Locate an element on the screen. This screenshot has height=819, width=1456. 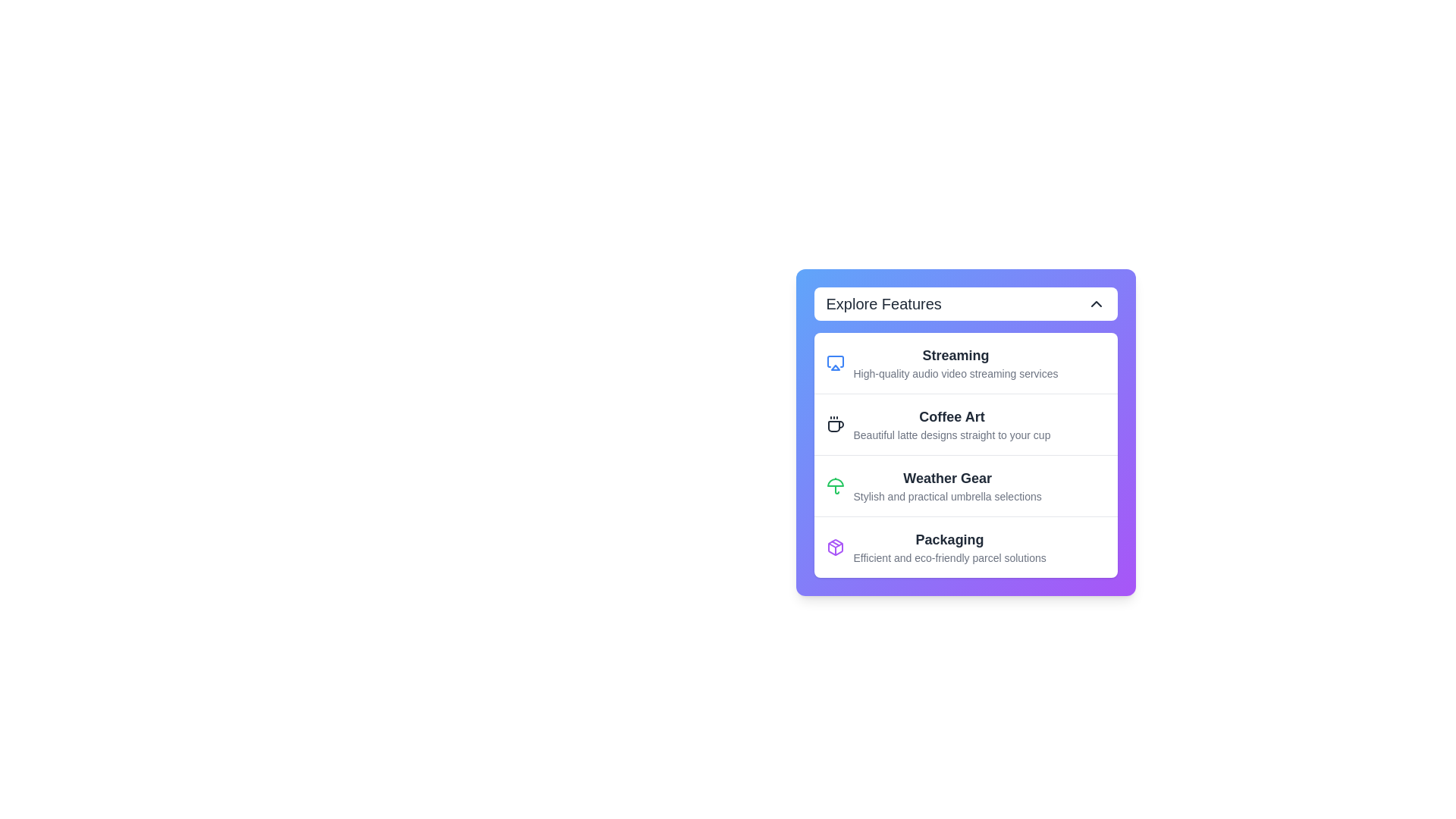
the small purple-colored package icon located to the left of the text 'Packaging' in the fourth row of the dropdown menu is located at coordinates (834, 547).